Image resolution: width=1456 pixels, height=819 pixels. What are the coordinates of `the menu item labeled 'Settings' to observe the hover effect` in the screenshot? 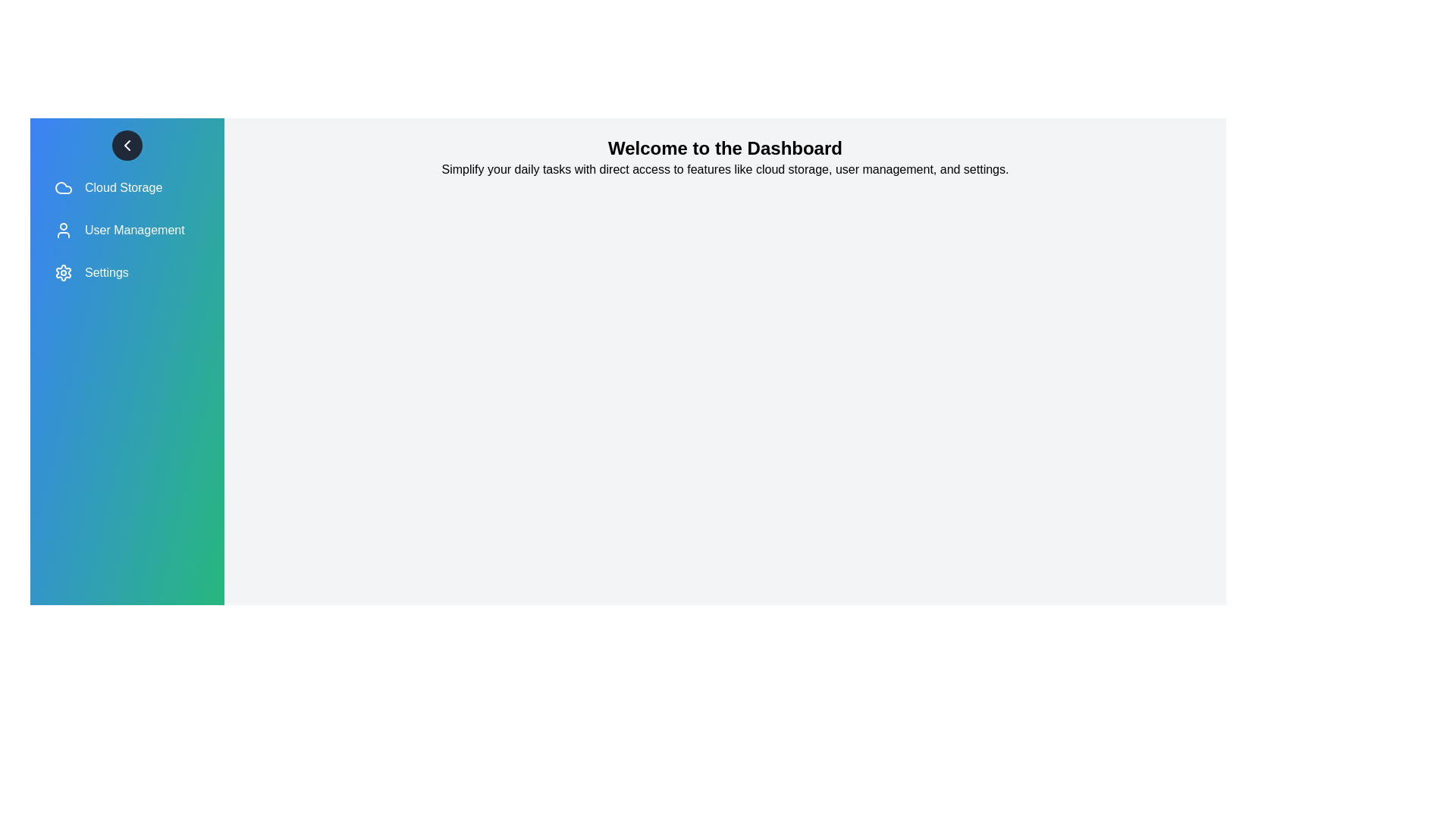 It's located at (127, 271).